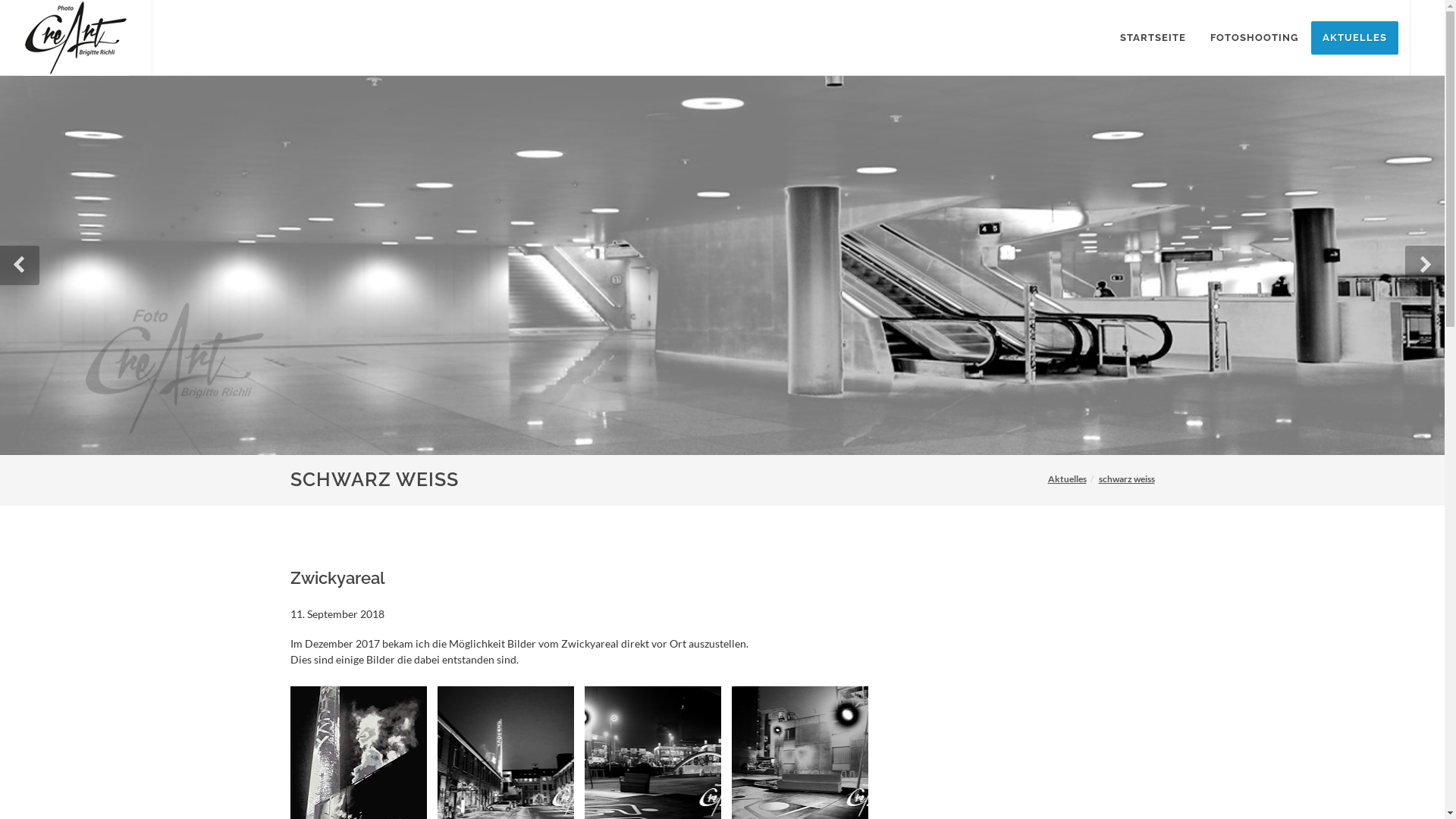 The image size is (1456, 819). Describe the element at coordinates (1310, 37) in the screenshot. I see `'AKTUELLES'` at that location.